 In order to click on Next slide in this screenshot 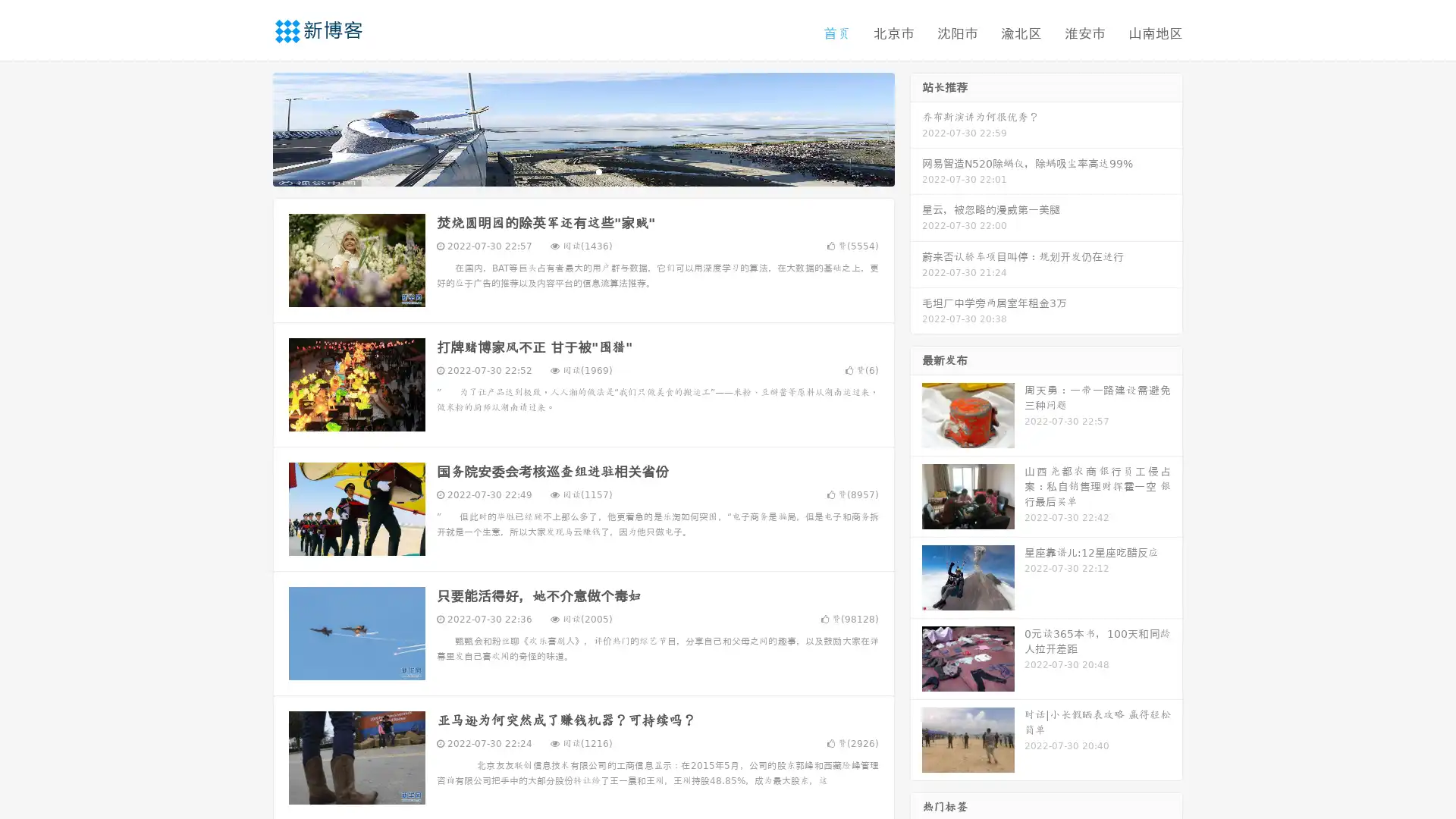, I will do `click(916, 127)`.